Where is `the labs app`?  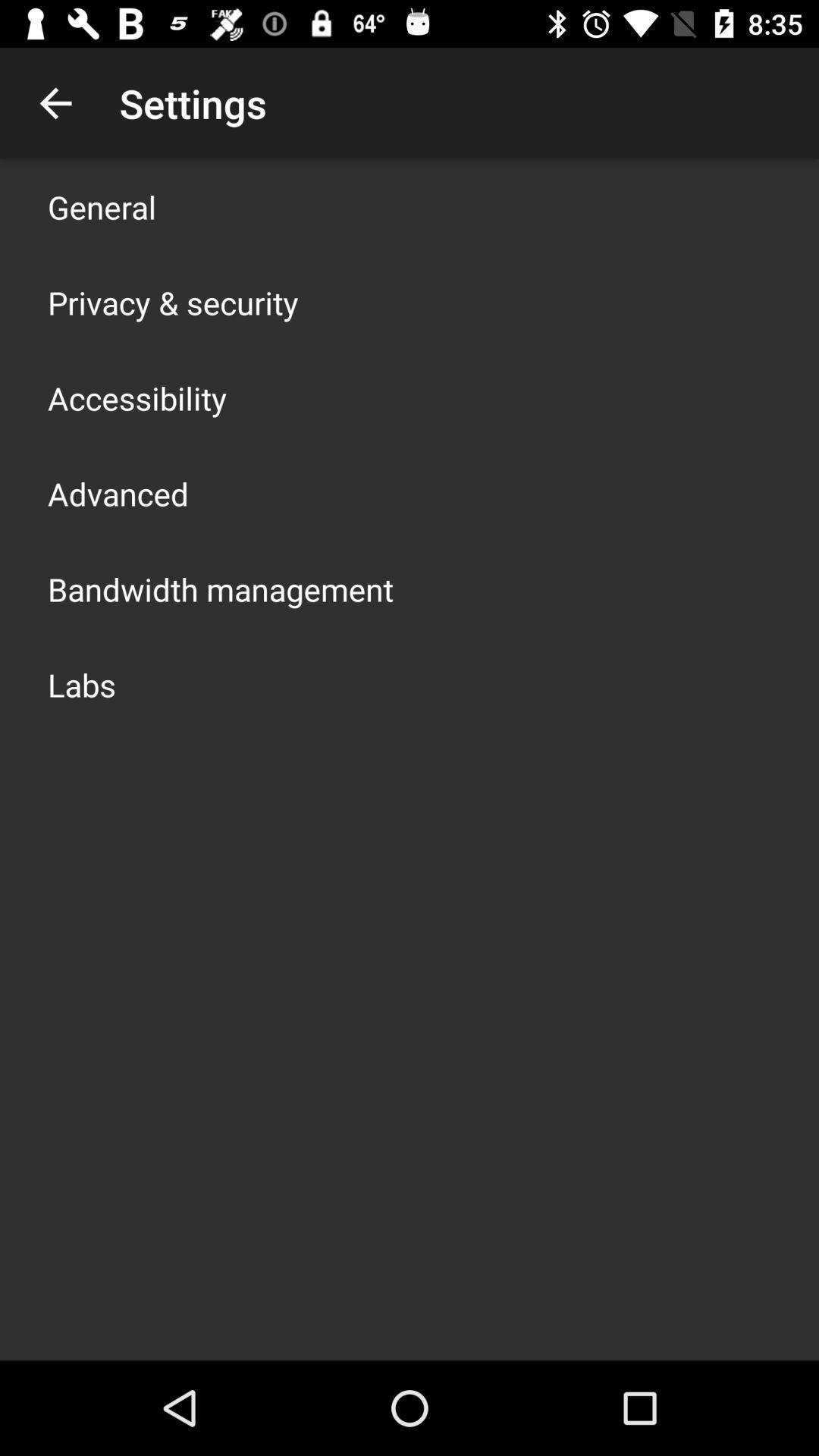 the labs app is located at coordinates (82, 683).